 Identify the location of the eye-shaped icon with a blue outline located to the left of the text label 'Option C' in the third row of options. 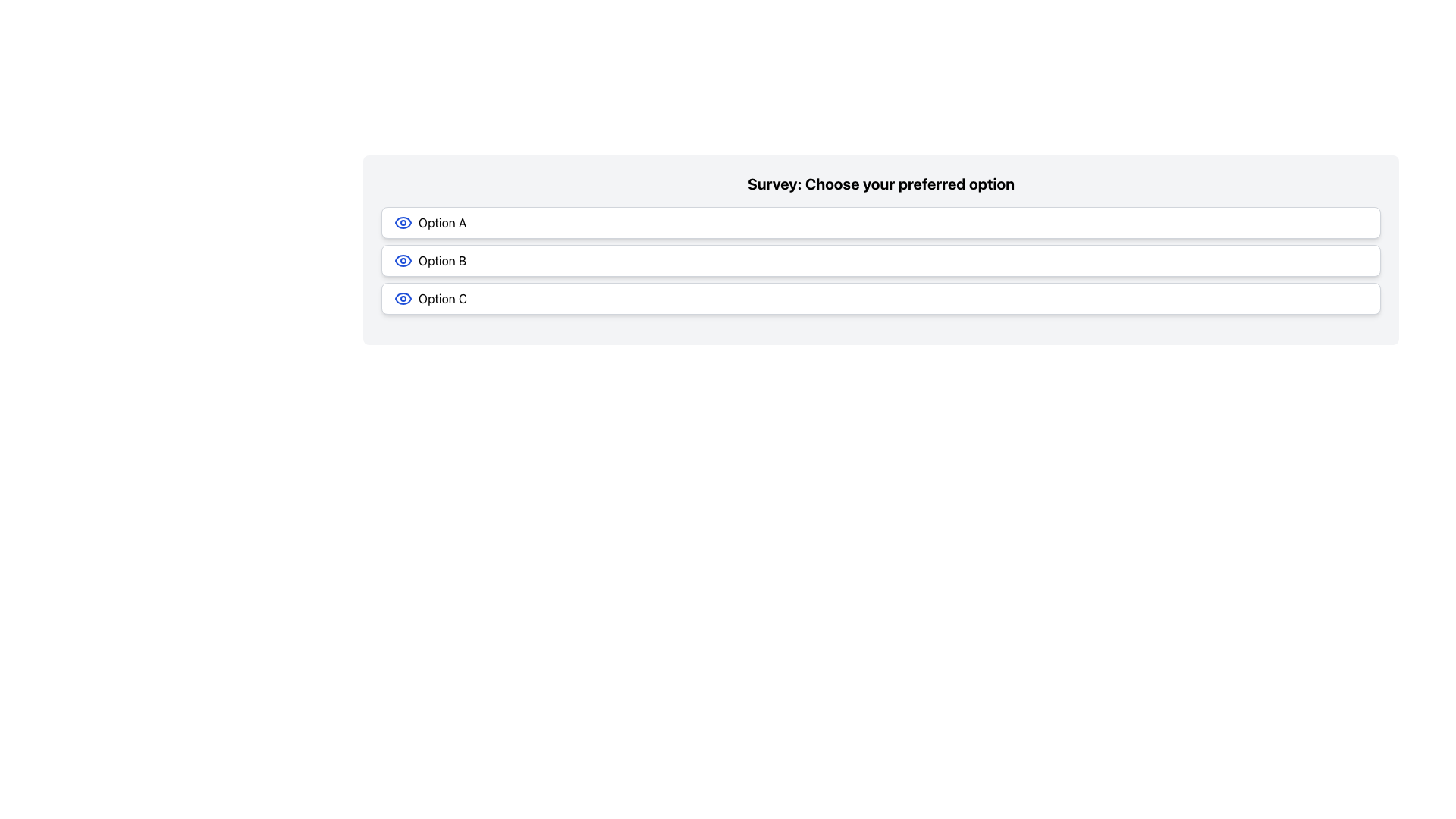
(403, 298).